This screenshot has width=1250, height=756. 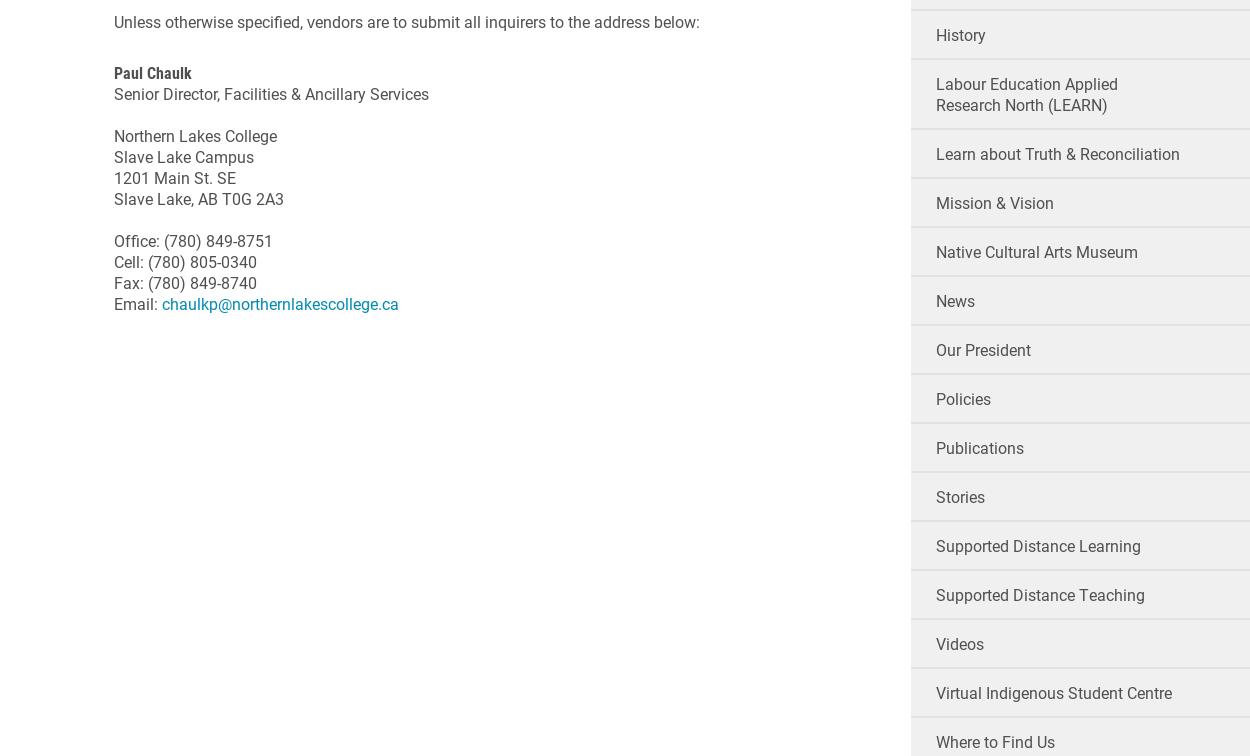 I want to click on 'Mission & Vision', so click(x=993, y=202).